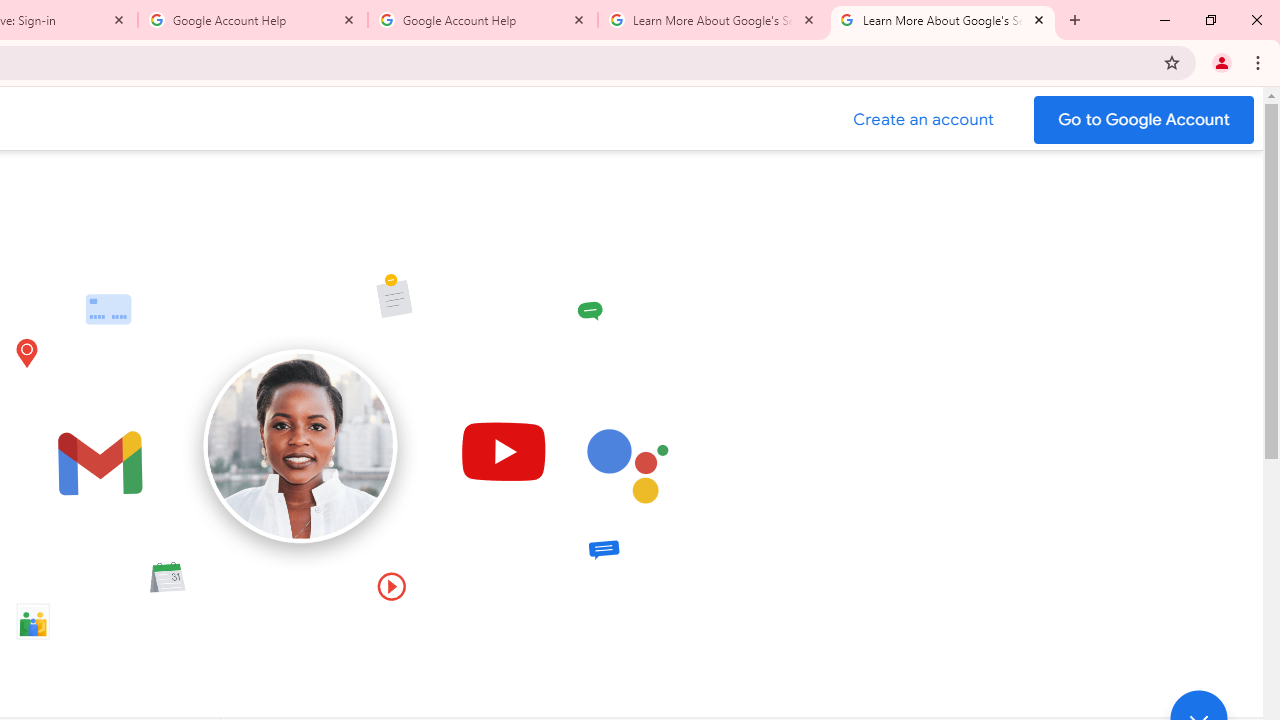  Describe the element at coordinates (923, 119) in the screenshot. I see `'Create a Google Account'` at that location.